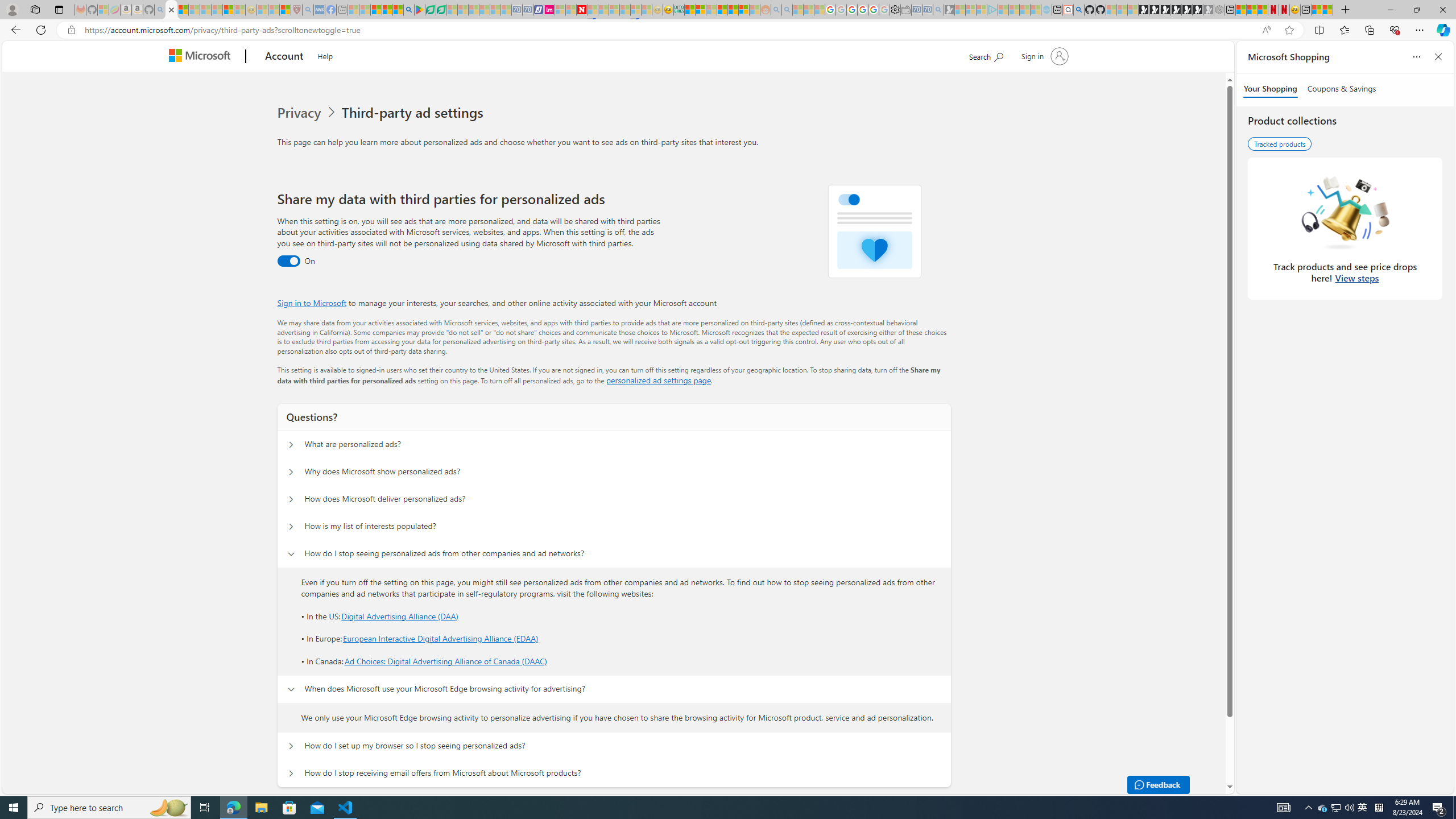  What do you see at coordinates (431, 9) in the screenshot?
I see `'Terms of Use Agreement'` at bounding box center [431, 9].